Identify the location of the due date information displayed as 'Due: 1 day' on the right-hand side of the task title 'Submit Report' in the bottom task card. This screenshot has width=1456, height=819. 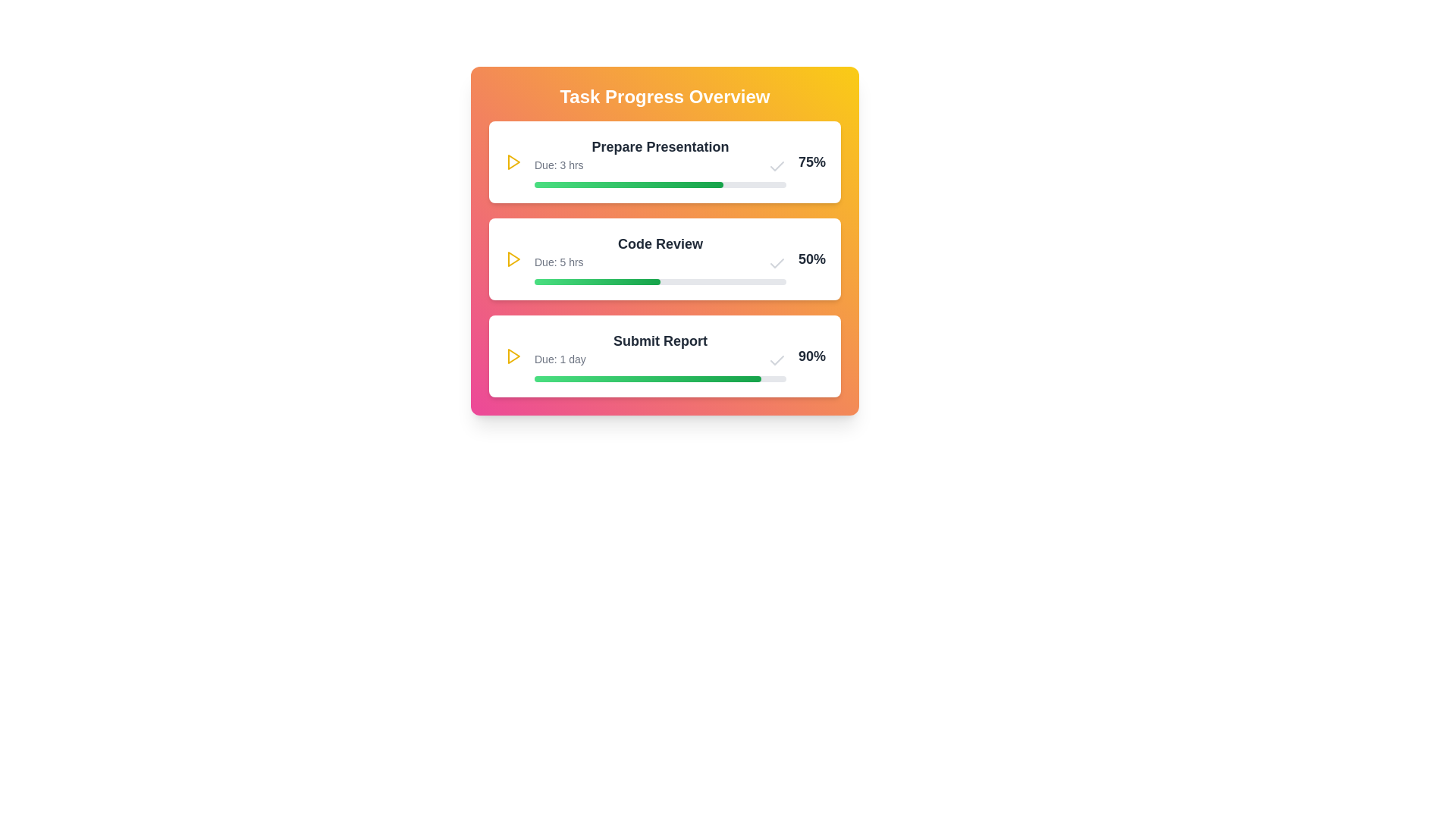
(660, 360).